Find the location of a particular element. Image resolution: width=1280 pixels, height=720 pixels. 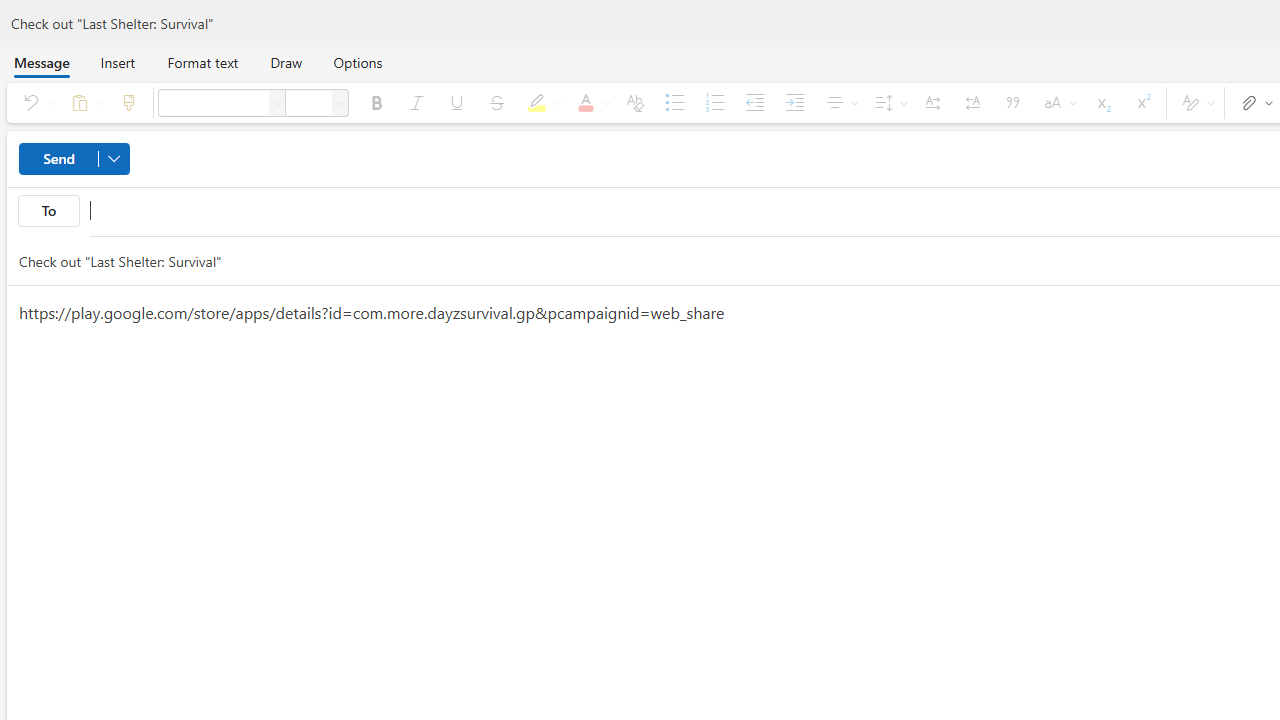

'Left-to-right' is located at coordinates (932, 102).